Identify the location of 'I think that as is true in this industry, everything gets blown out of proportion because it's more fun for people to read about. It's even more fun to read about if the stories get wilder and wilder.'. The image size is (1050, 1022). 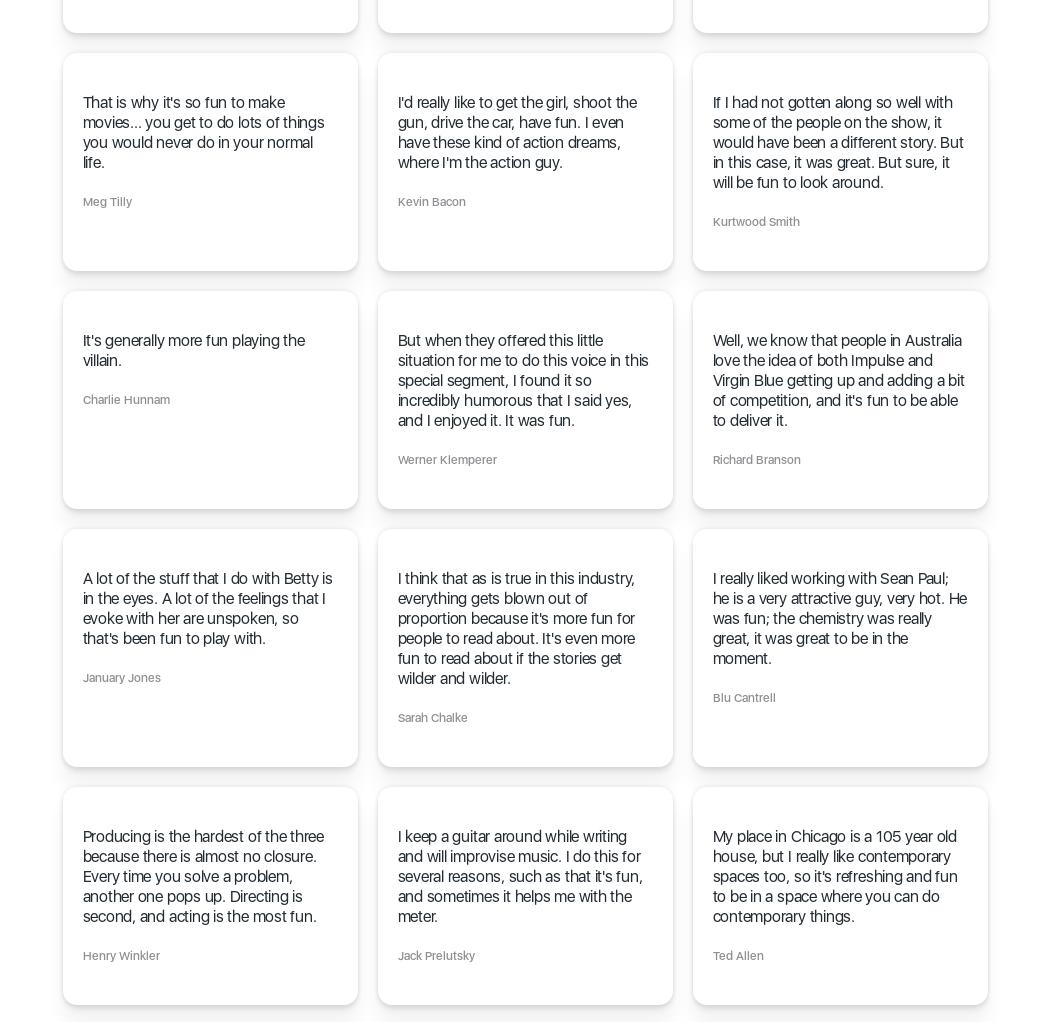
(514, 628).